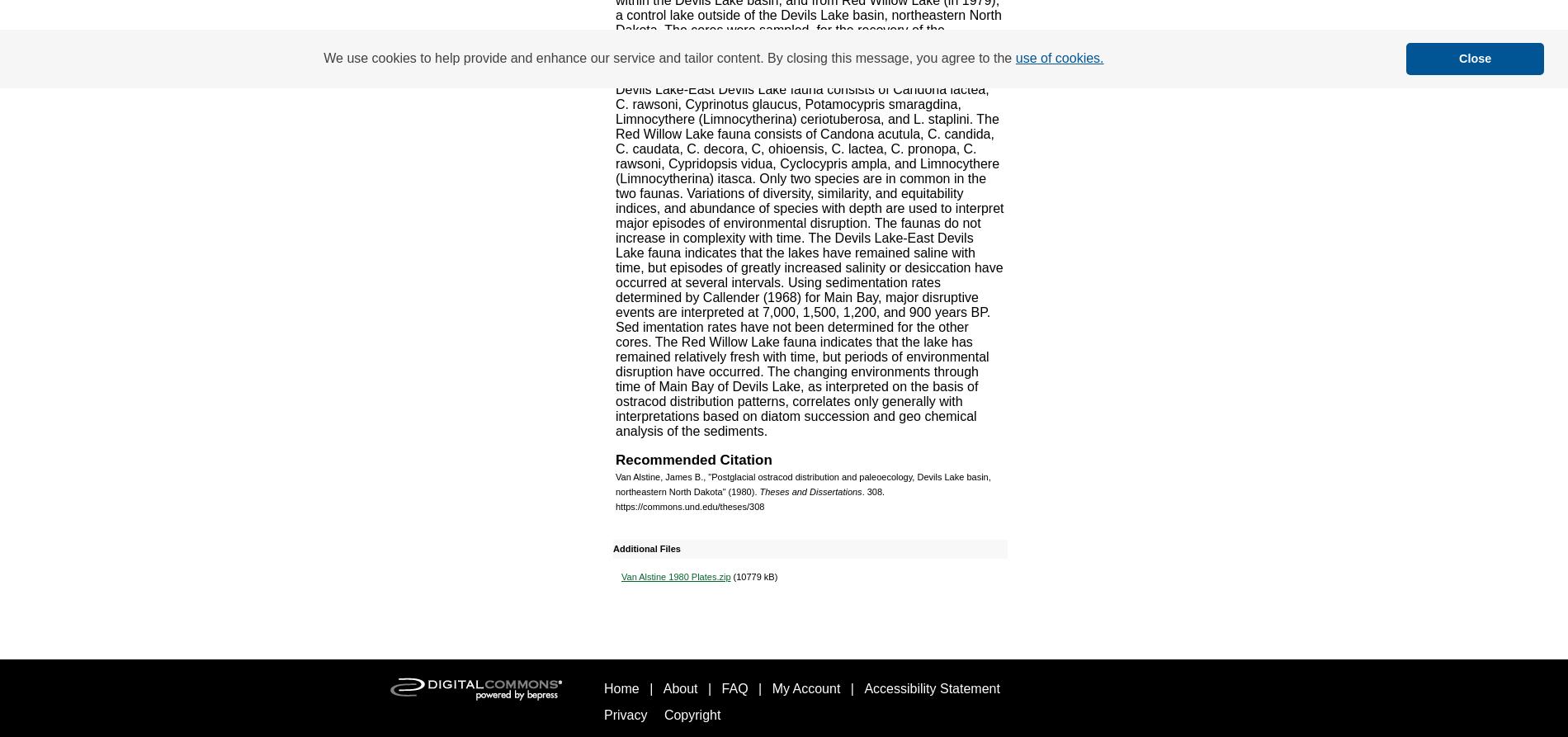  I want to click on '(10779 kB)', so click(753, 577).